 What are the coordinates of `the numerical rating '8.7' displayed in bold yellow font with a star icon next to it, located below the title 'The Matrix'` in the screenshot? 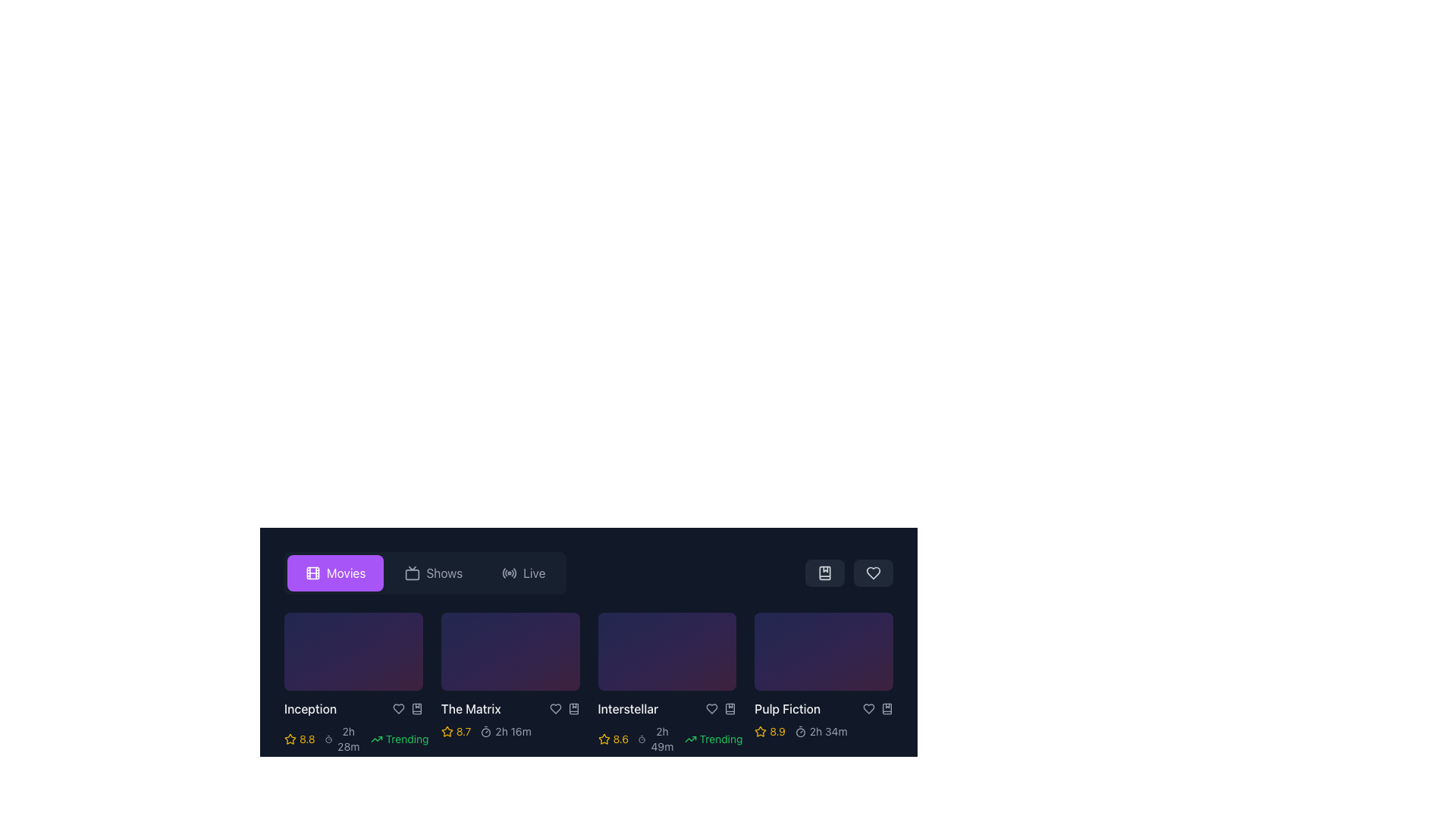 It's located at (455, 730).